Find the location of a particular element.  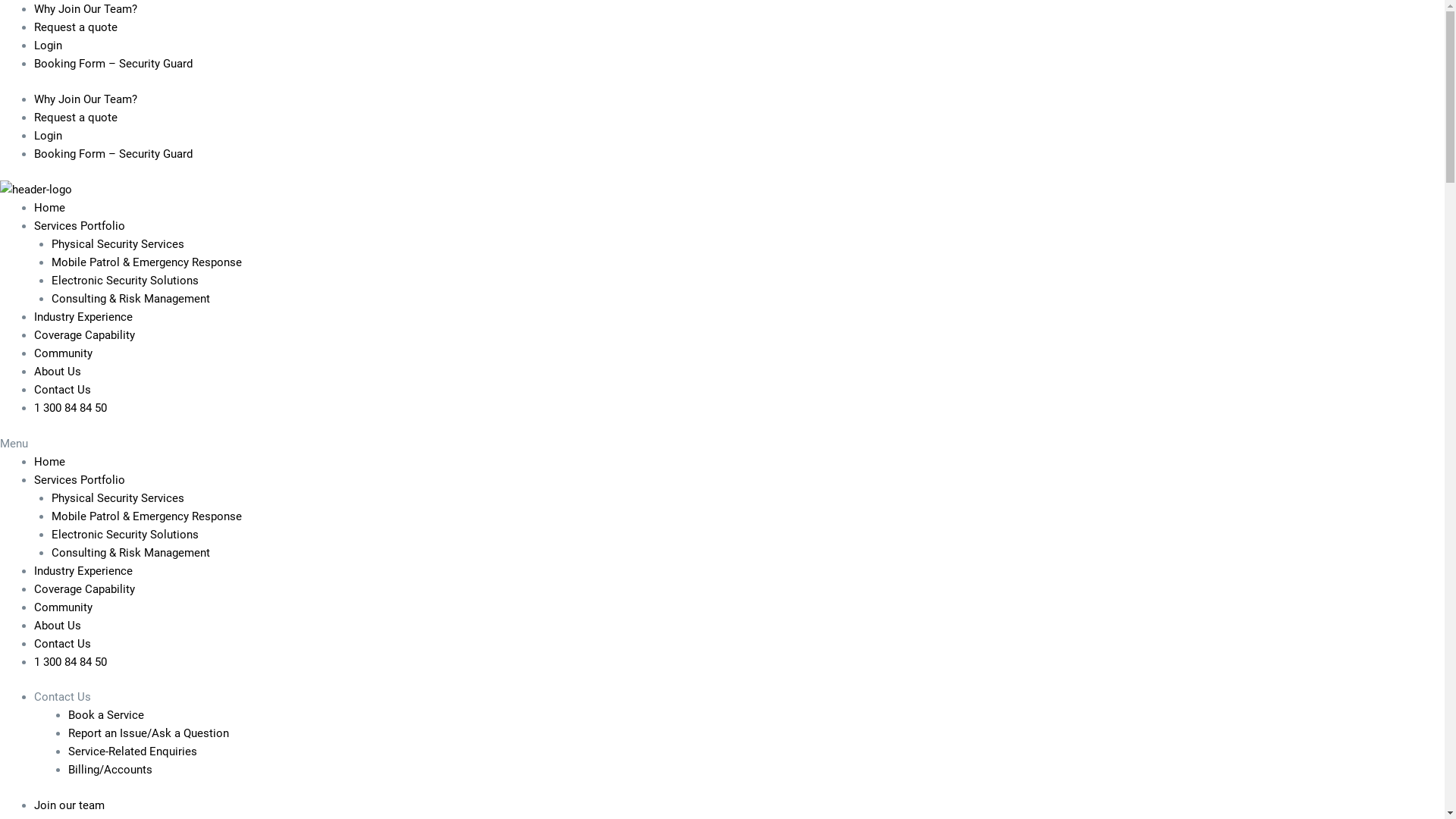

'Consulting & Risk Management' is located at coordinates (130, 298).